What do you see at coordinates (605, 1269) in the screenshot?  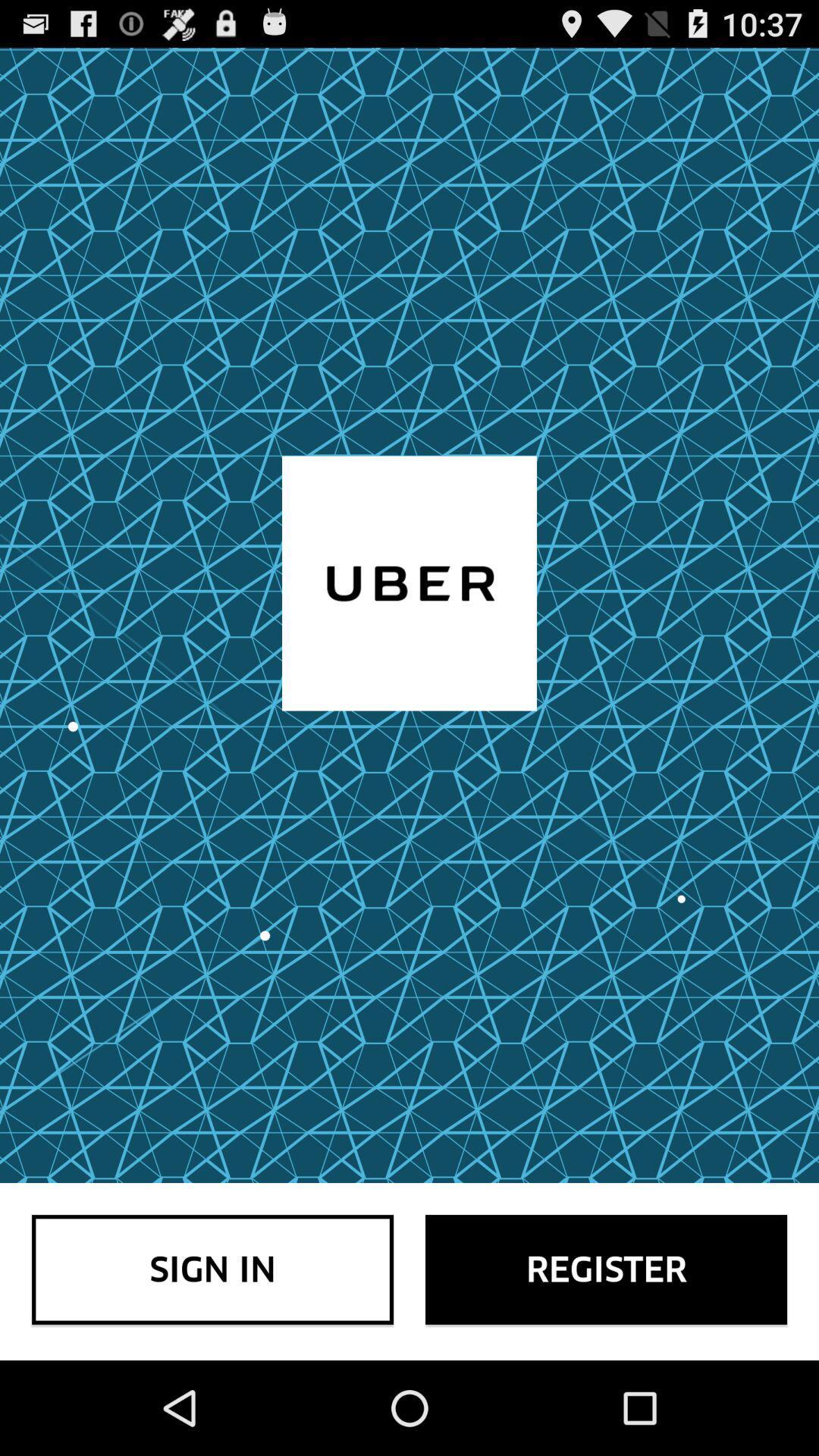 I see `item at the bottom right corner` at bounding box center [605, 1269].